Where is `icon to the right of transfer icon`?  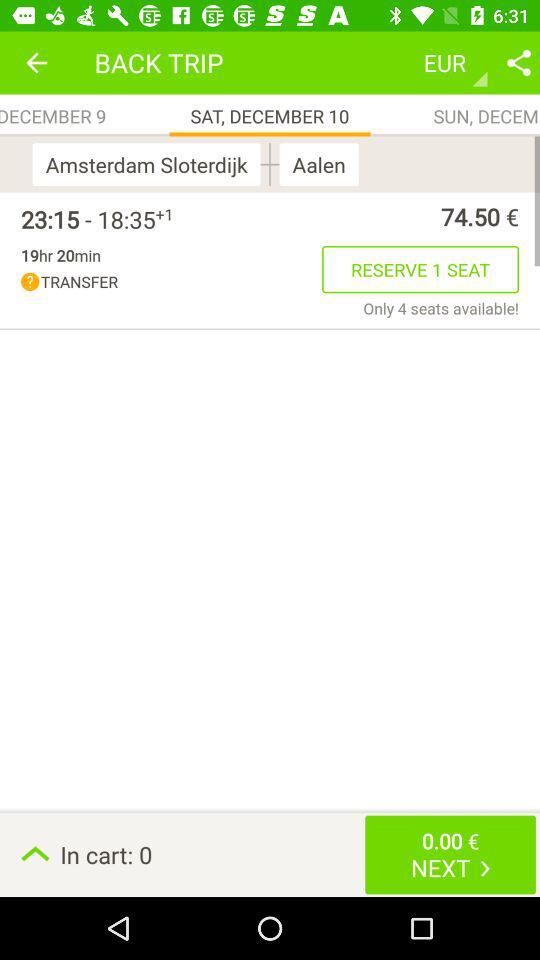 icon to the right of transfer icon is located at coordinates (419, 268).